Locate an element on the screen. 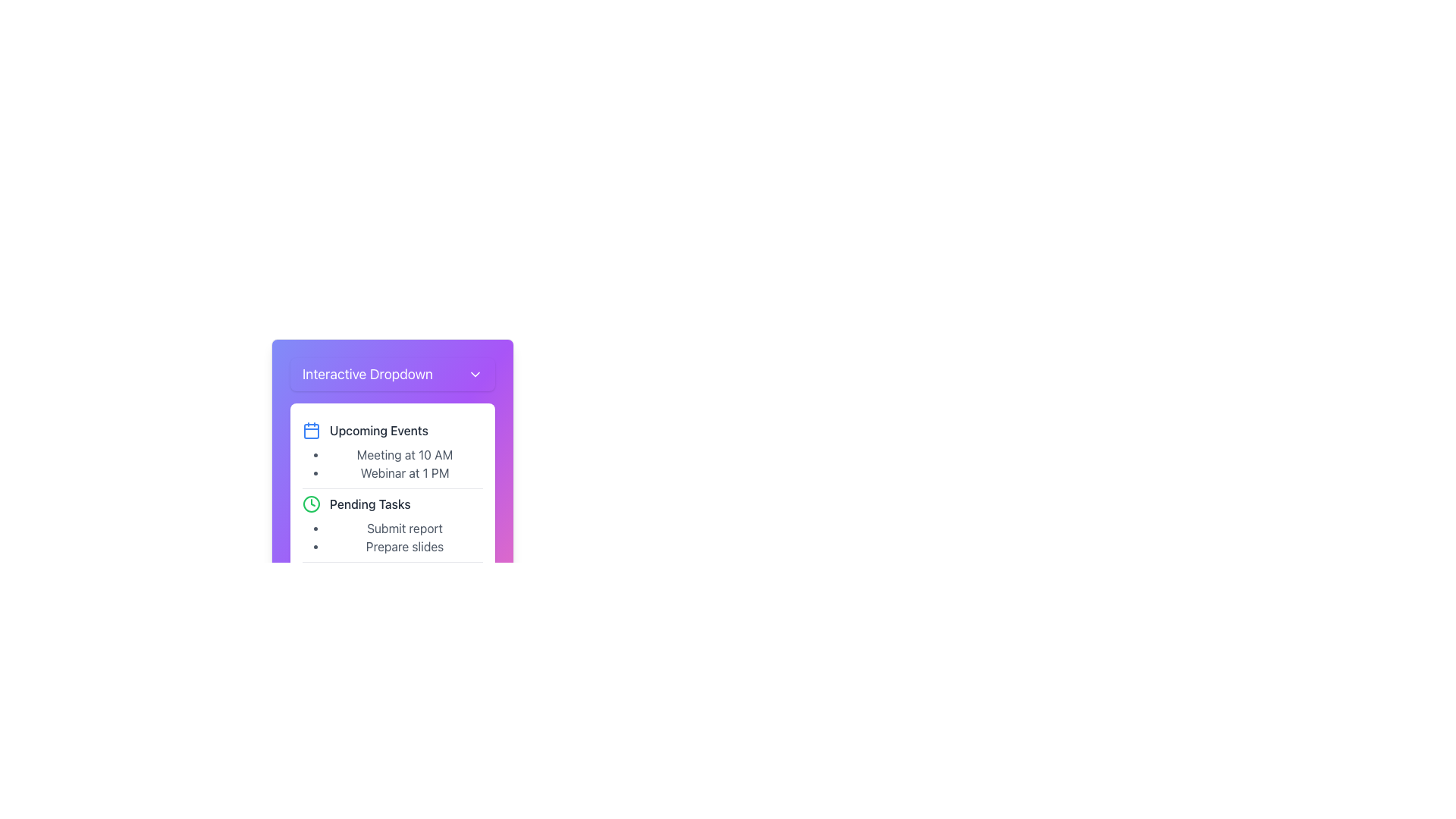 The image size is (1456, 819). the first item in the 'Upcoming Events' section that displays a scheduled event with its time, located above the 'Webinar at 1 PM' text is located at coordinates (404, 454).